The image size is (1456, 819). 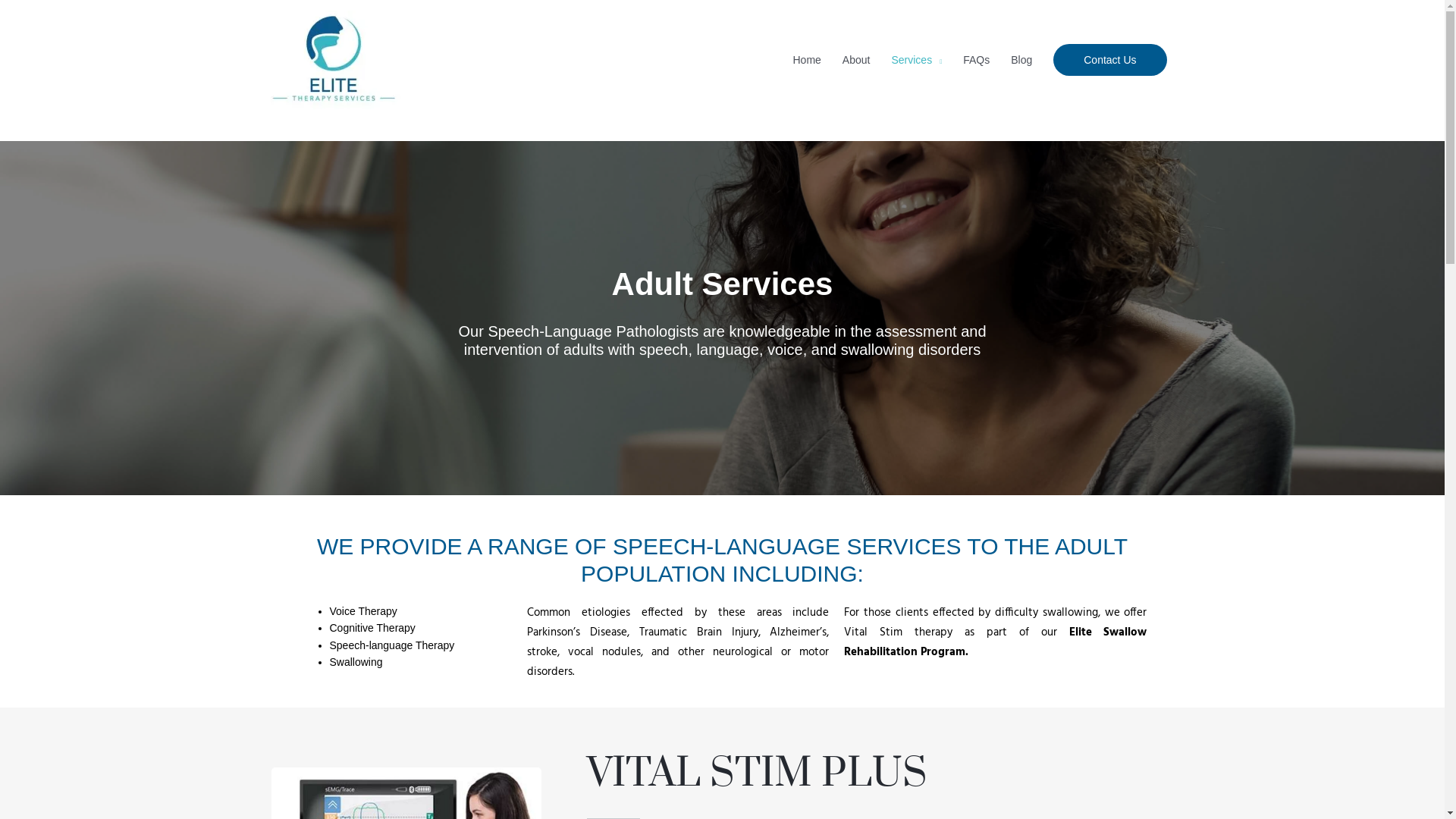 I want to click on 'About', so click(x=856, y=58).